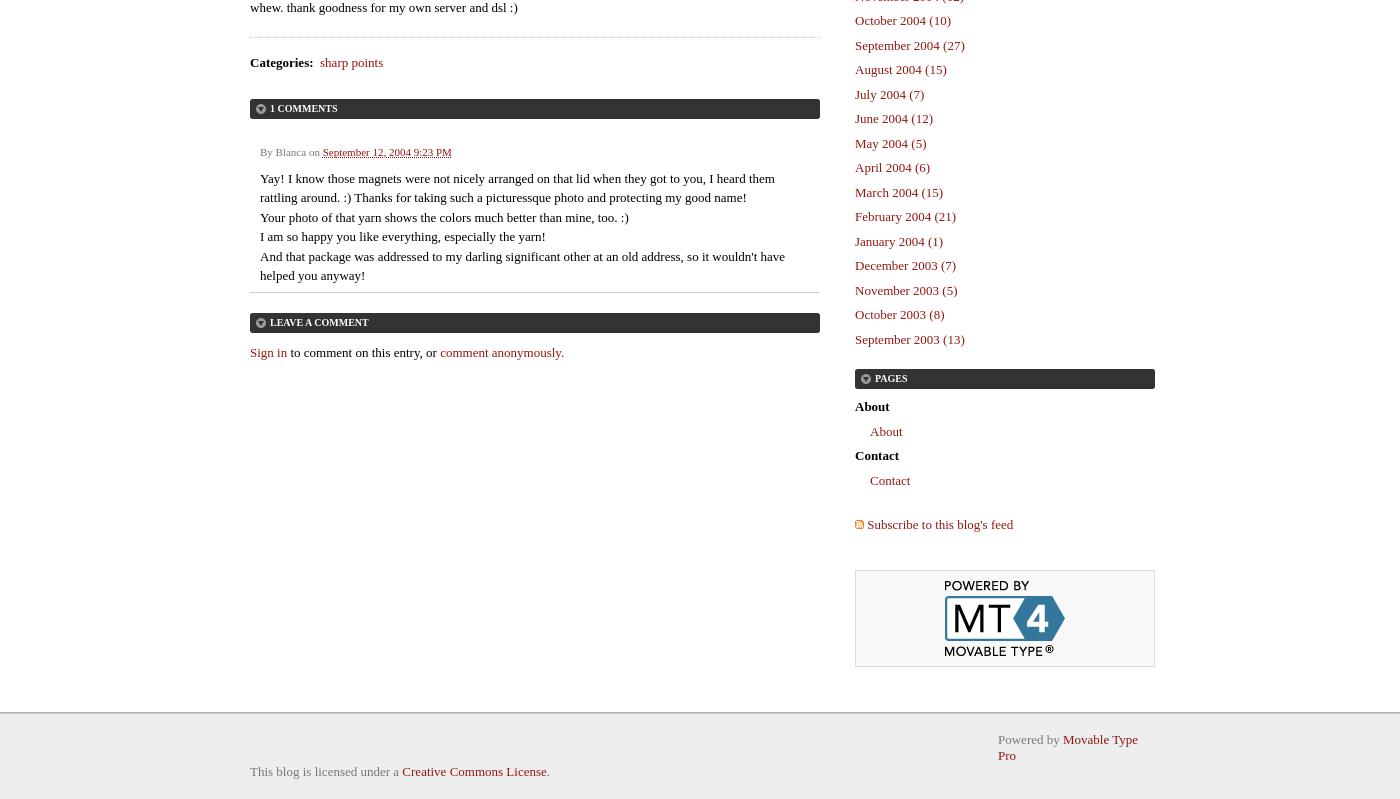 The height and width of the screenshot is (799, 1400). I want to click on 'April 2004 (6)', so click(892, 166).